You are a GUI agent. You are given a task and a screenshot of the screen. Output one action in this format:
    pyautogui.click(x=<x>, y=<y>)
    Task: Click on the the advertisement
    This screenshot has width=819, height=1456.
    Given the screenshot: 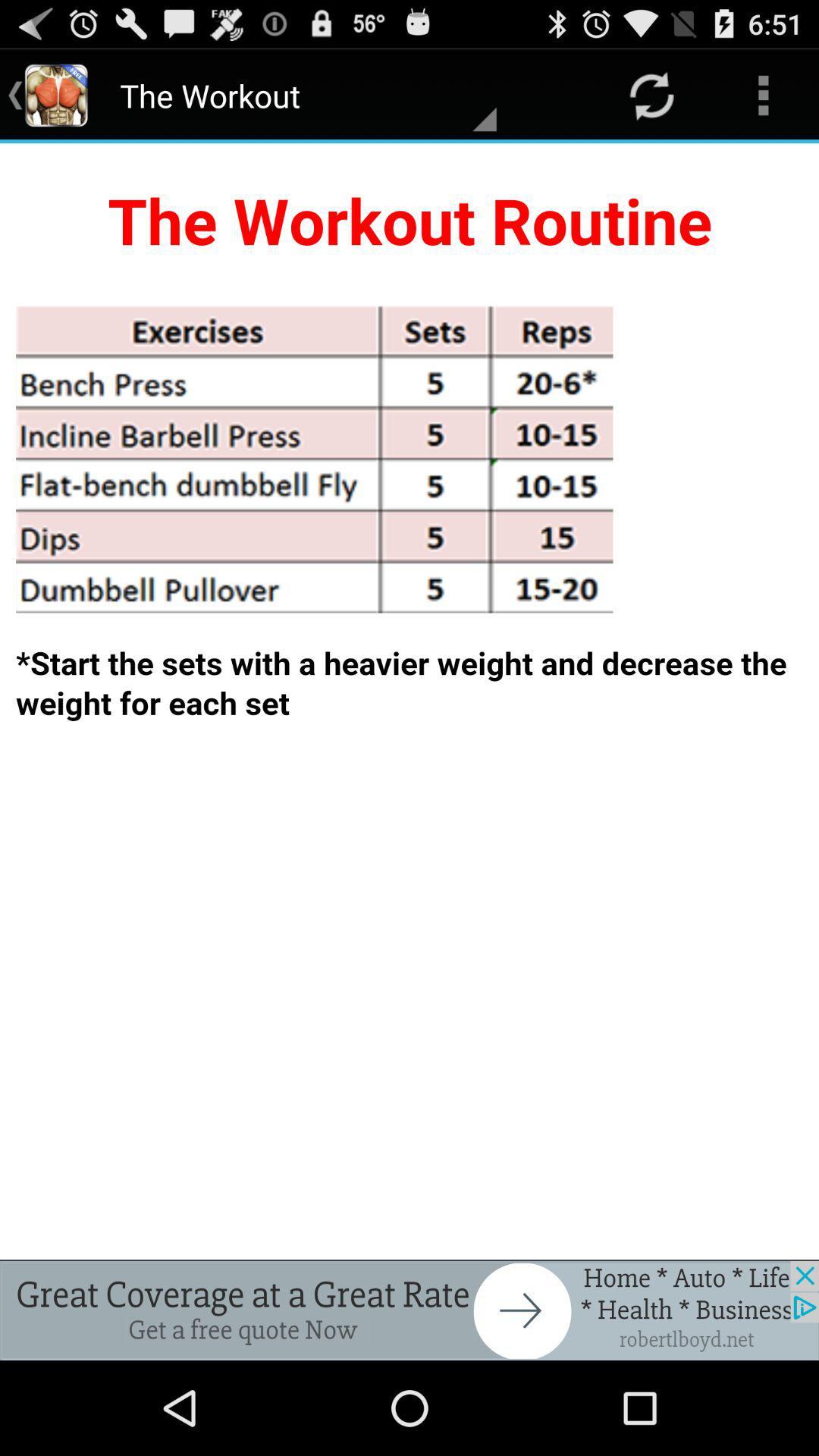 What is the action you would take?
    pyautogui.click(x=409, y=1310)
    